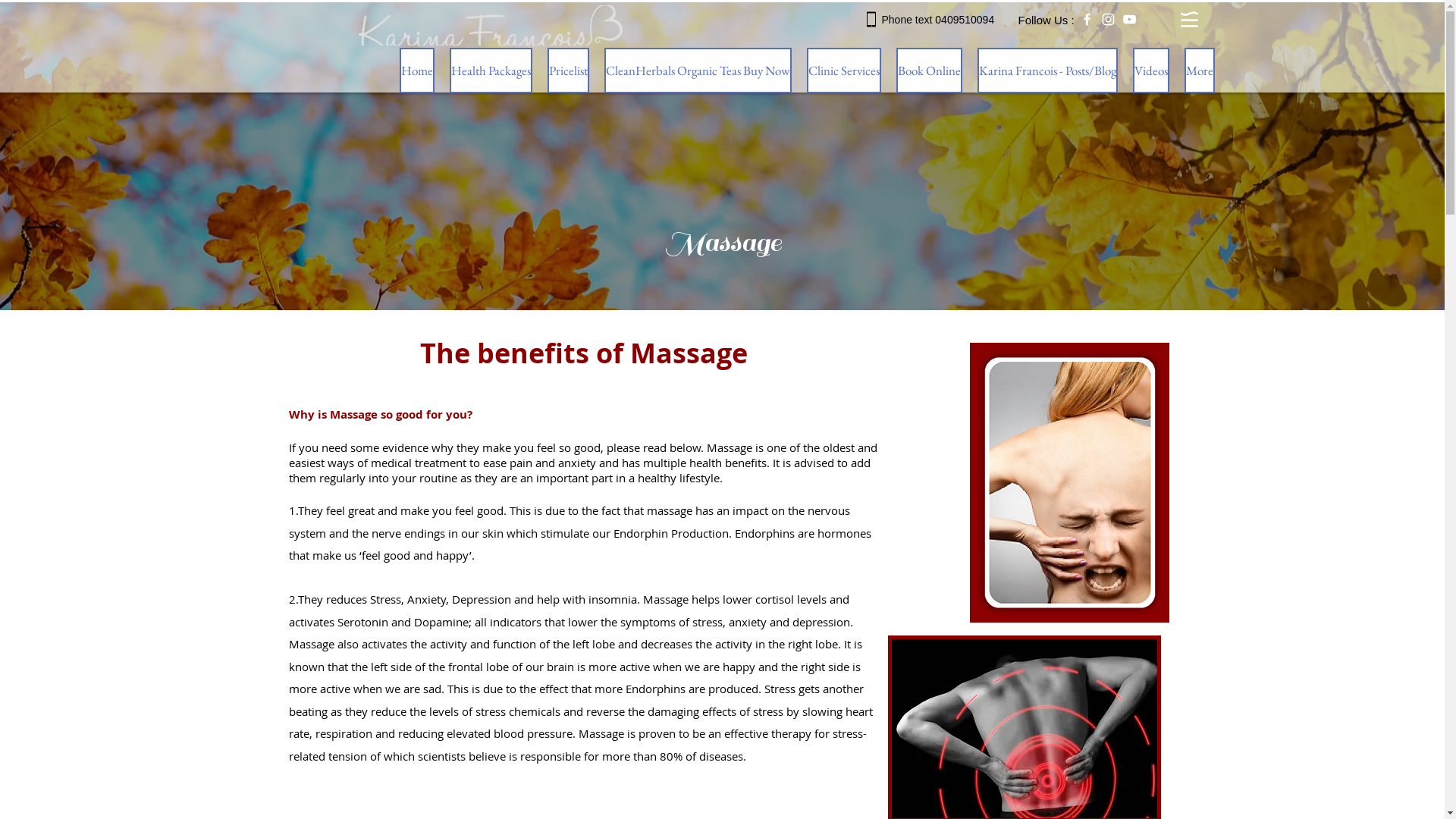 Image resolution: width=1456 pixels, height=819 pixels. What do you see at coordinates (416, 70) in the screenshot?
I see `'Home'` at bounding box center [416, 70].